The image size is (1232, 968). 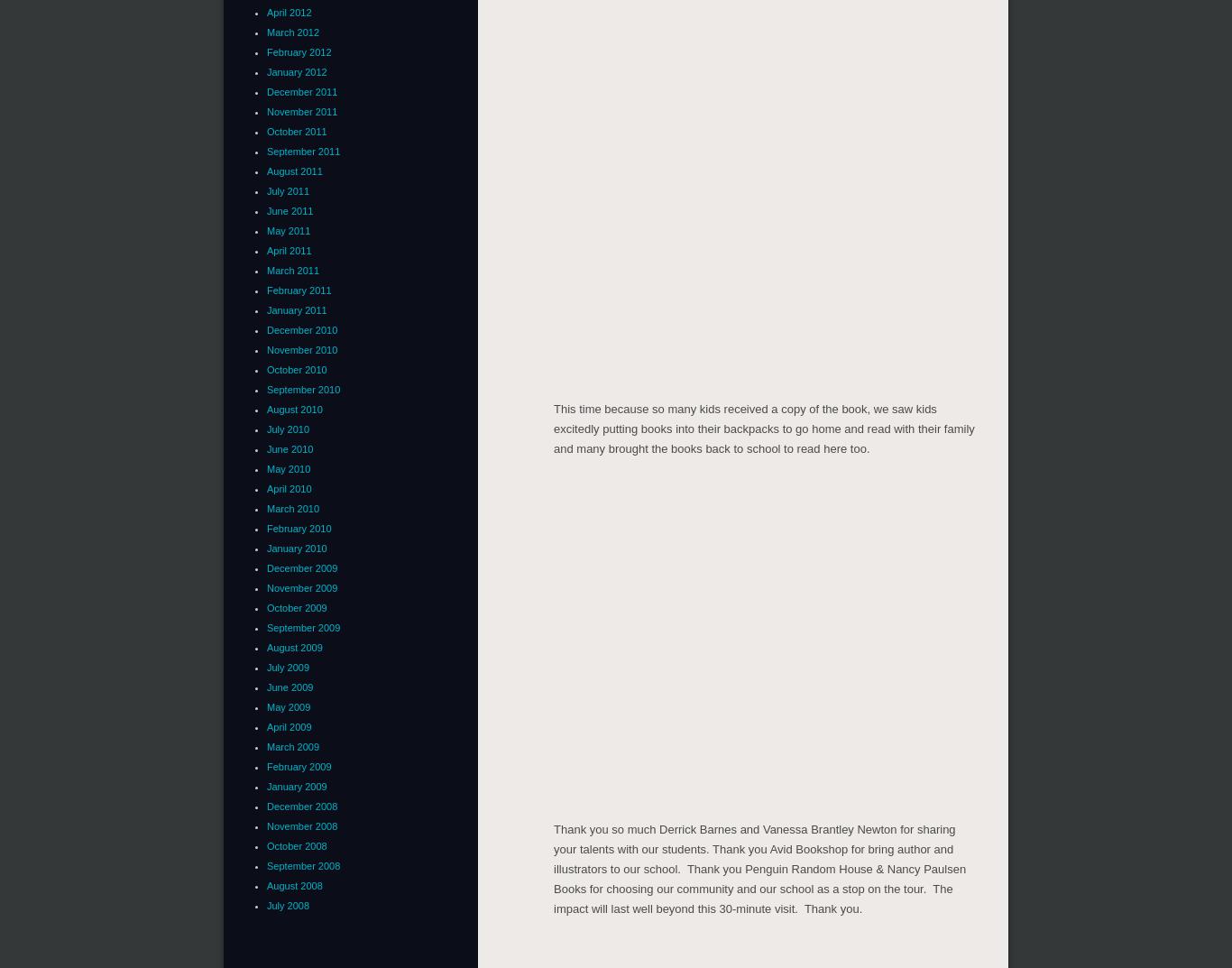 I want to click on 'December 2010', so click(x=301, y=328).